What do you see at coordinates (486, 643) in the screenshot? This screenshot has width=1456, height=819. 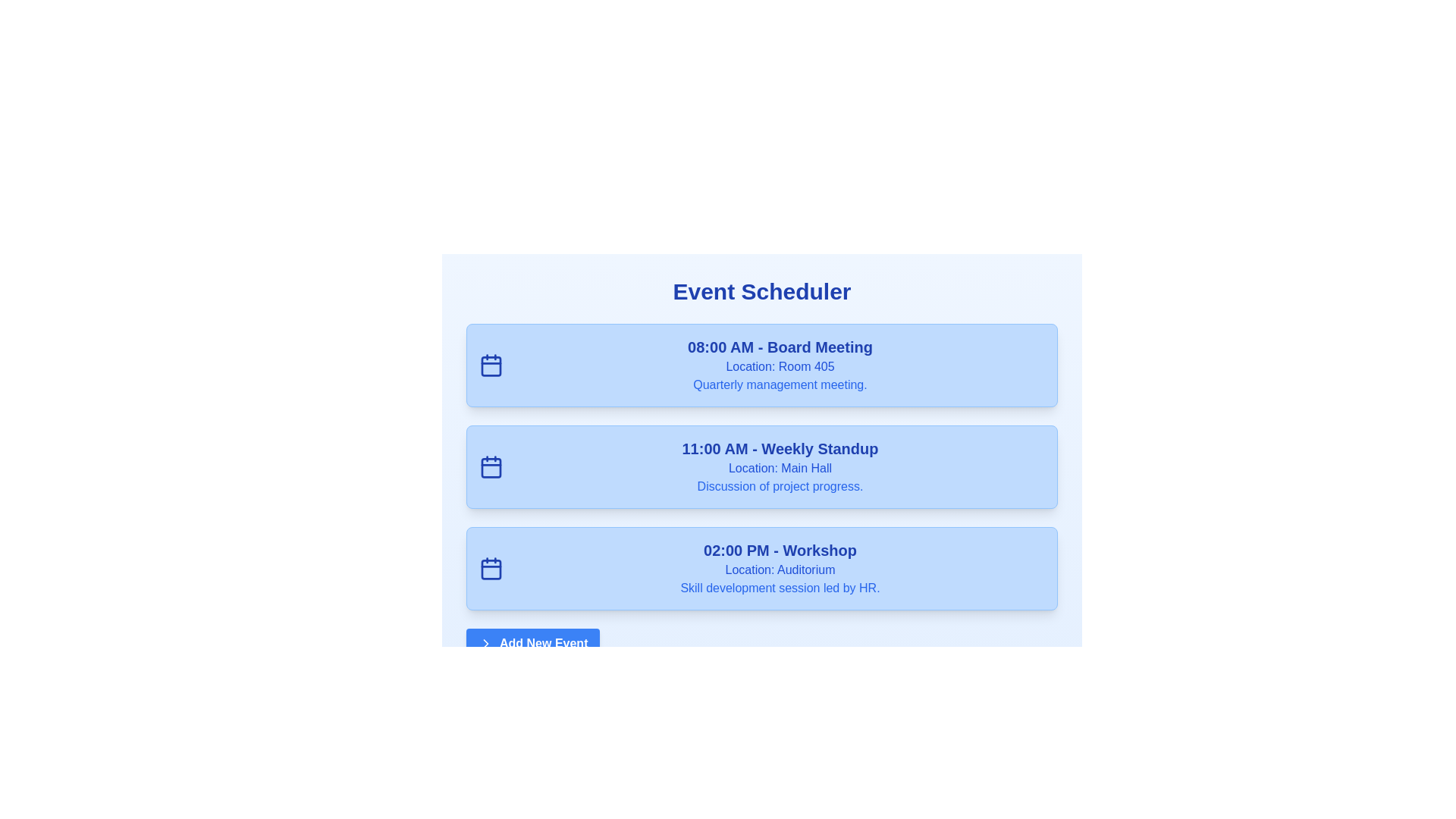 I see `the 'Add New Event' button which contains a left-aligned Chevron icon, indicating forward navigation` at bounding box center [486, 643].